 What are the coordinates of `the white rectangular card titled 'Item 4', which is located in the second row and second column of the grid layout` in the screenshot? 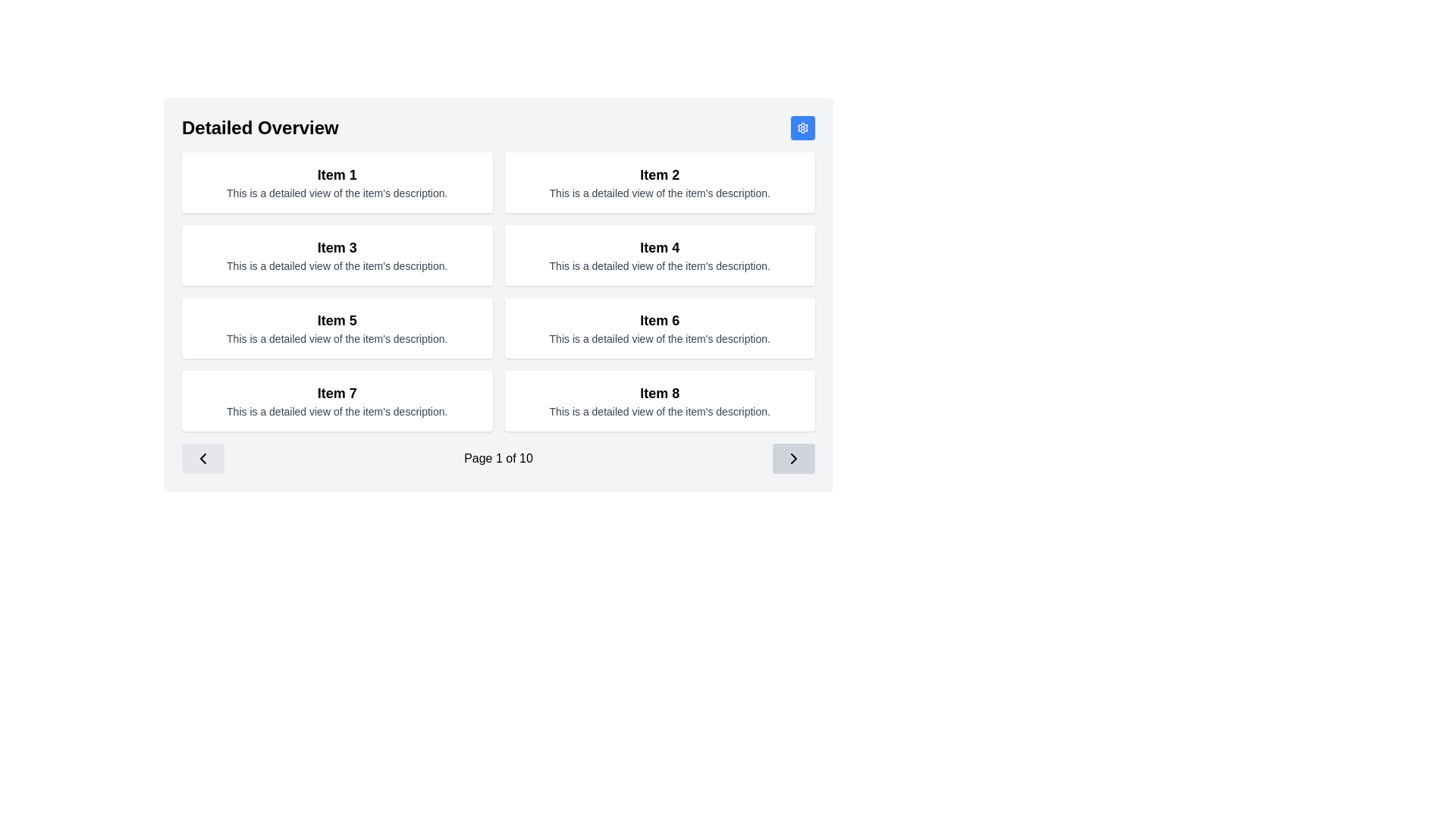 It's located at (660, 254).